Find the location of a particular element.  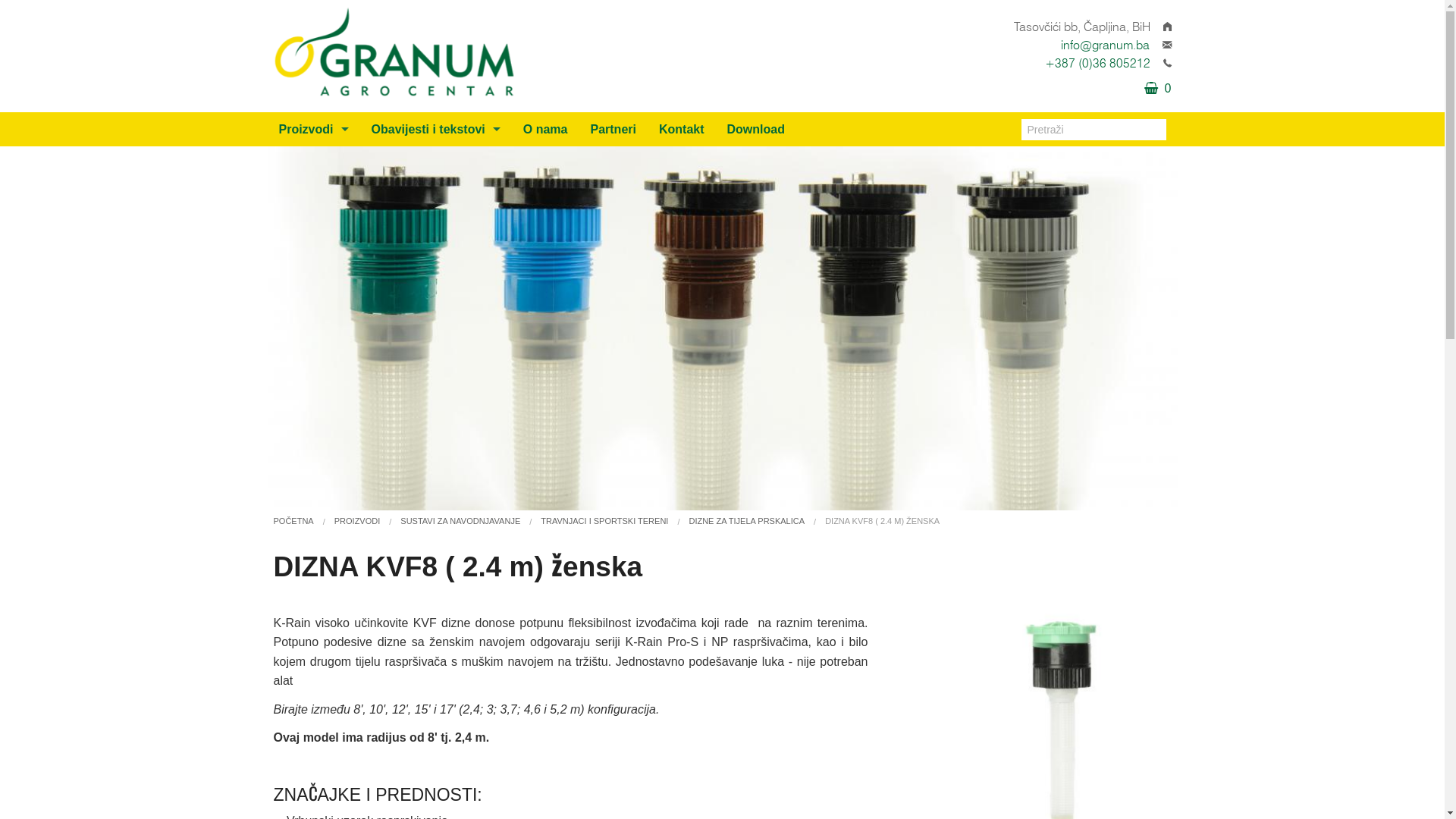

'Kontakt' is located at coordinates (680, 128).